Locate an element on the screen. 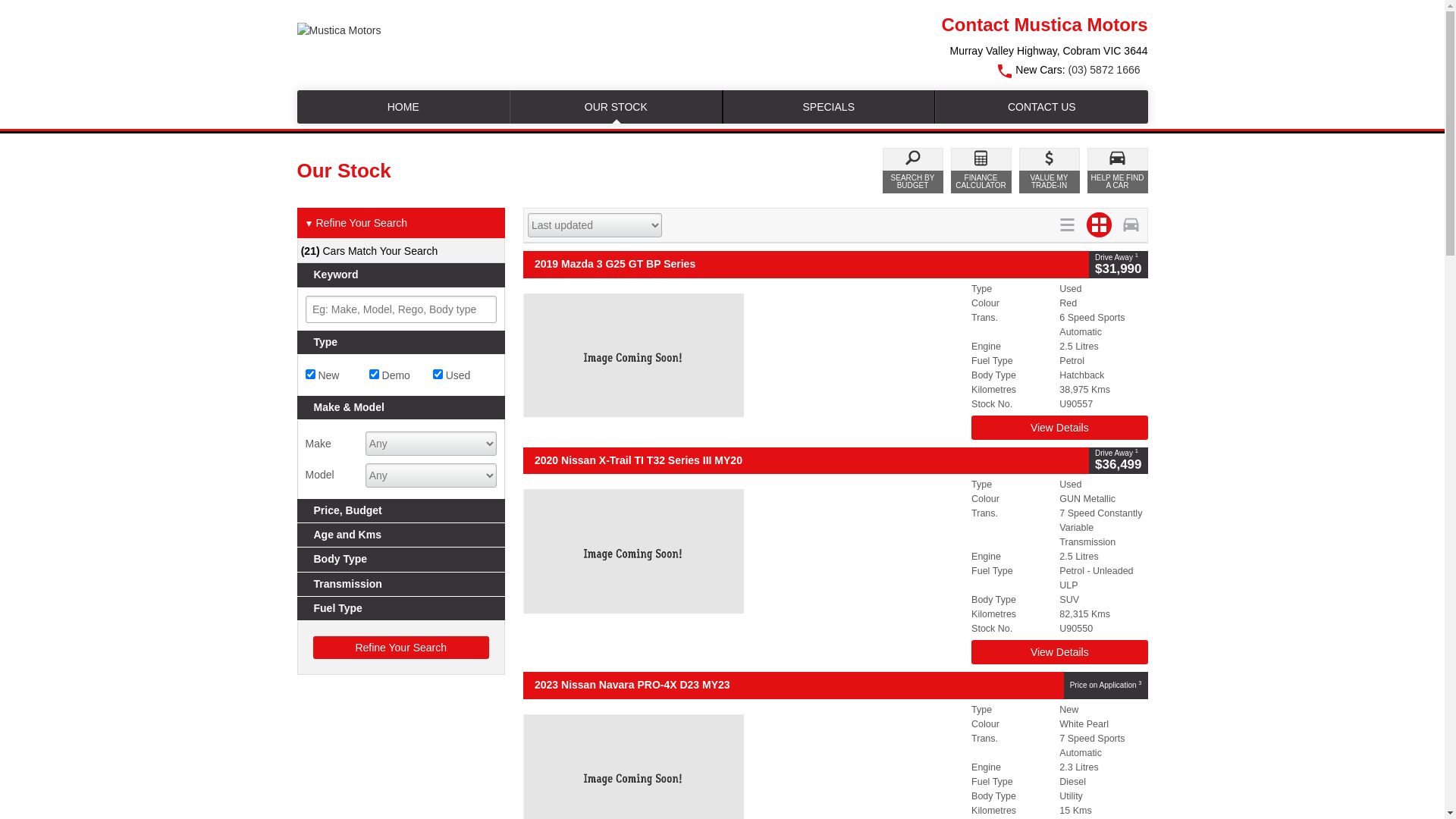  'OUR STOCK' is located at coordinates (616, 106).